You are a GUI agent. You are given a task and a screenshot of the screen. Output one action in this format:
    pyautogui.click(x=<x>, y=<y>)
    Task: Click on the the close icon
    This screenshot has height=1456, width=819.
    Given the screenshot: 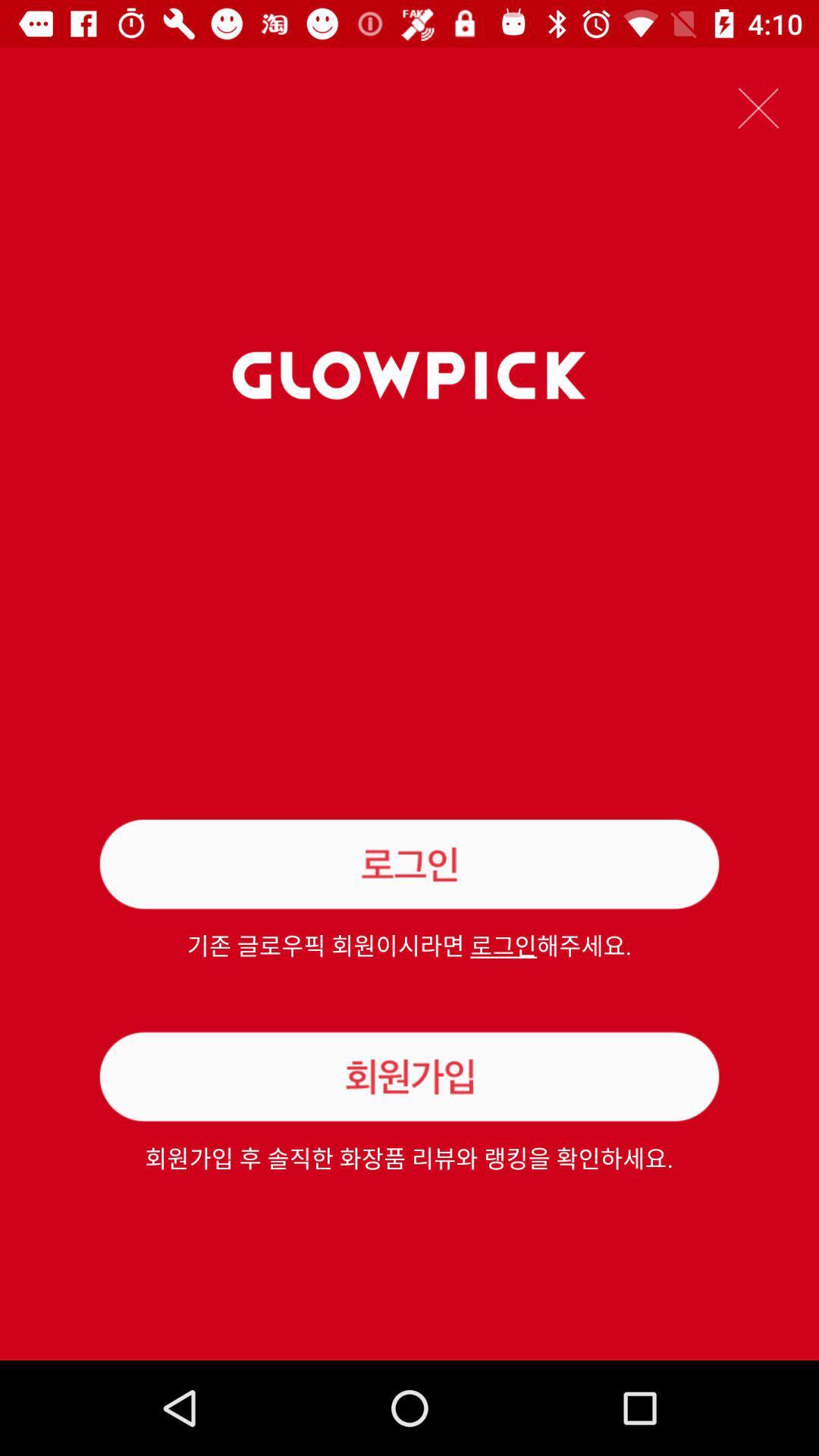 What is the action you would take?
    pyautogui.click(x=758, y=107)
    